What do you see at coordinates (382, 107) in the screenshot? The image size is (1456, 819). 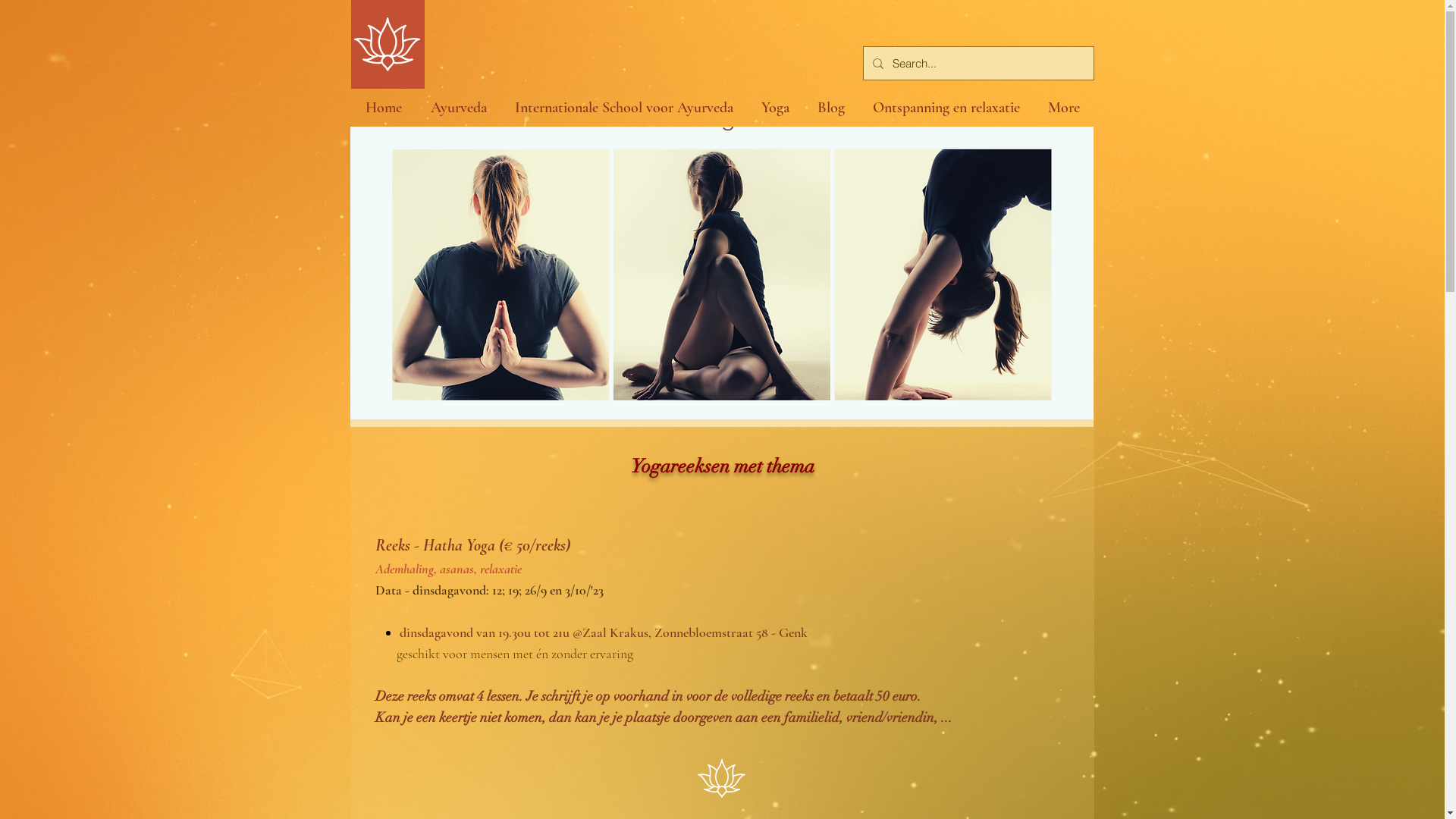 I see `'Home'` at bounding box center [382, 107].